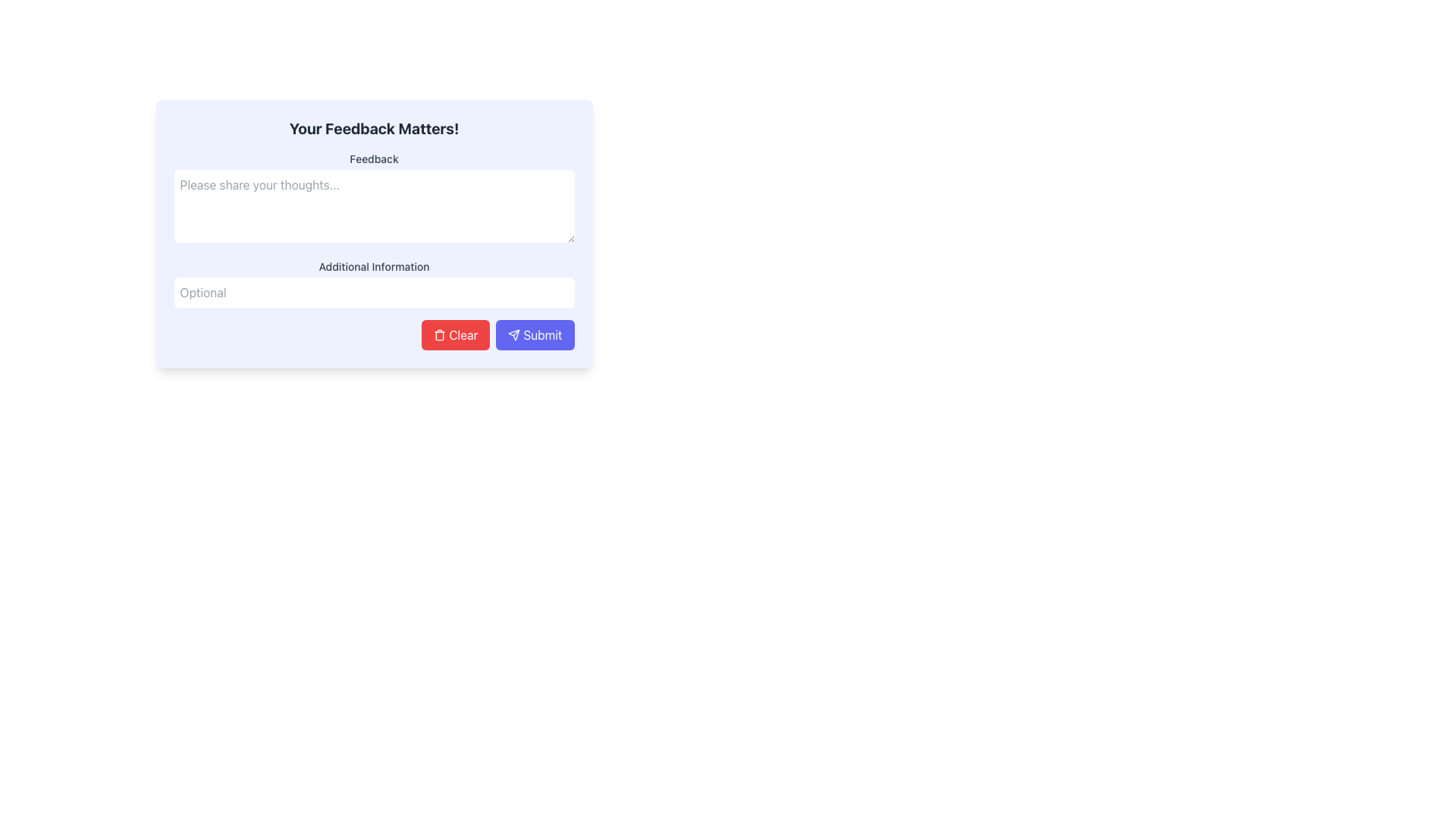 This screenshot has width=1456, height=819. I want to click on the text label displaying 'Feedback', which is centrally positioned near the top of the feedback form interface and is styled in dark gray on a light background, so click(374, 158).